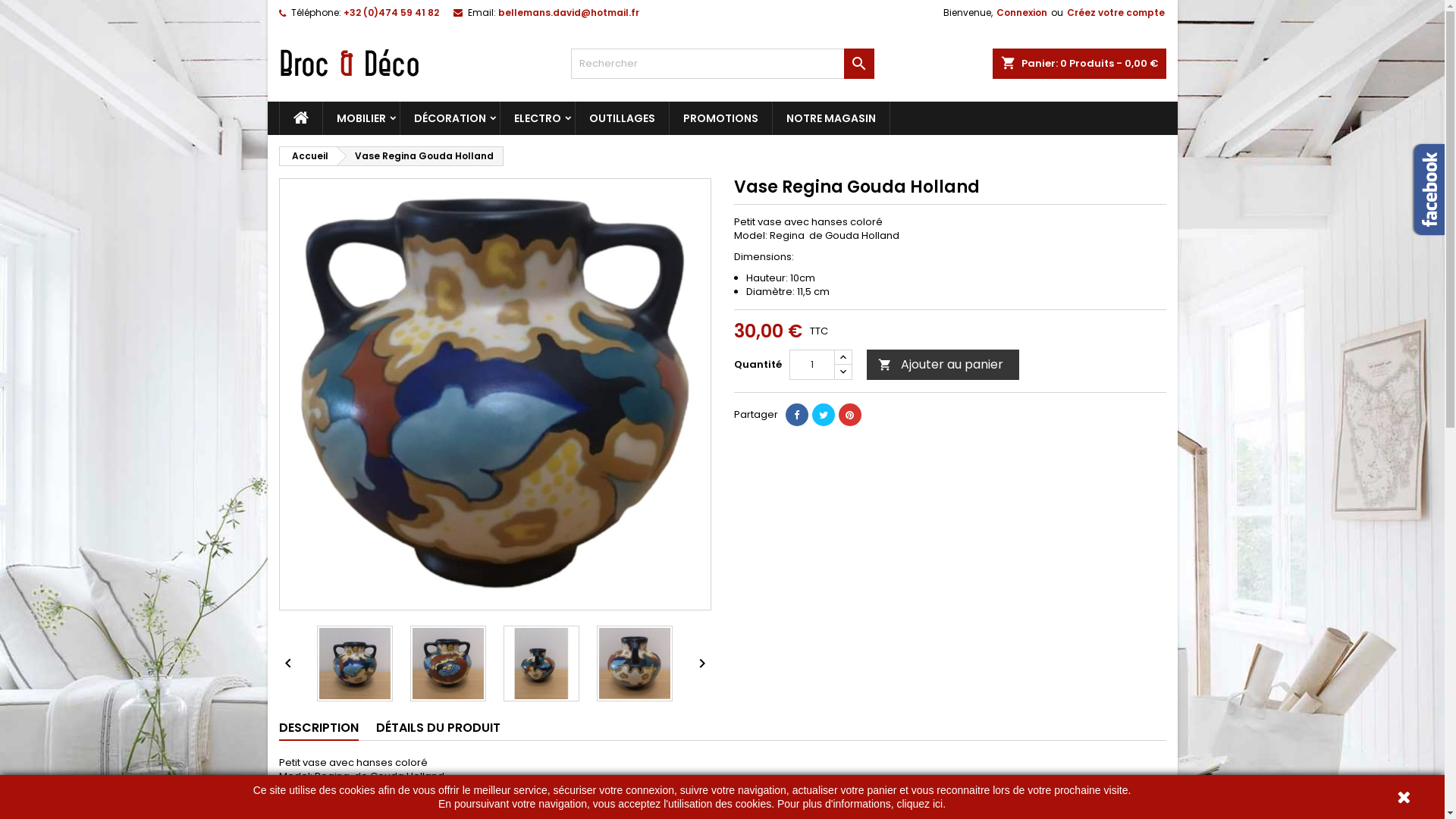 This screenshot has width=1456, height=819. Describe the element at coordinates (390, 12) in the screenshot. I see `'+32 (0)474 59 41 82'` at that location.